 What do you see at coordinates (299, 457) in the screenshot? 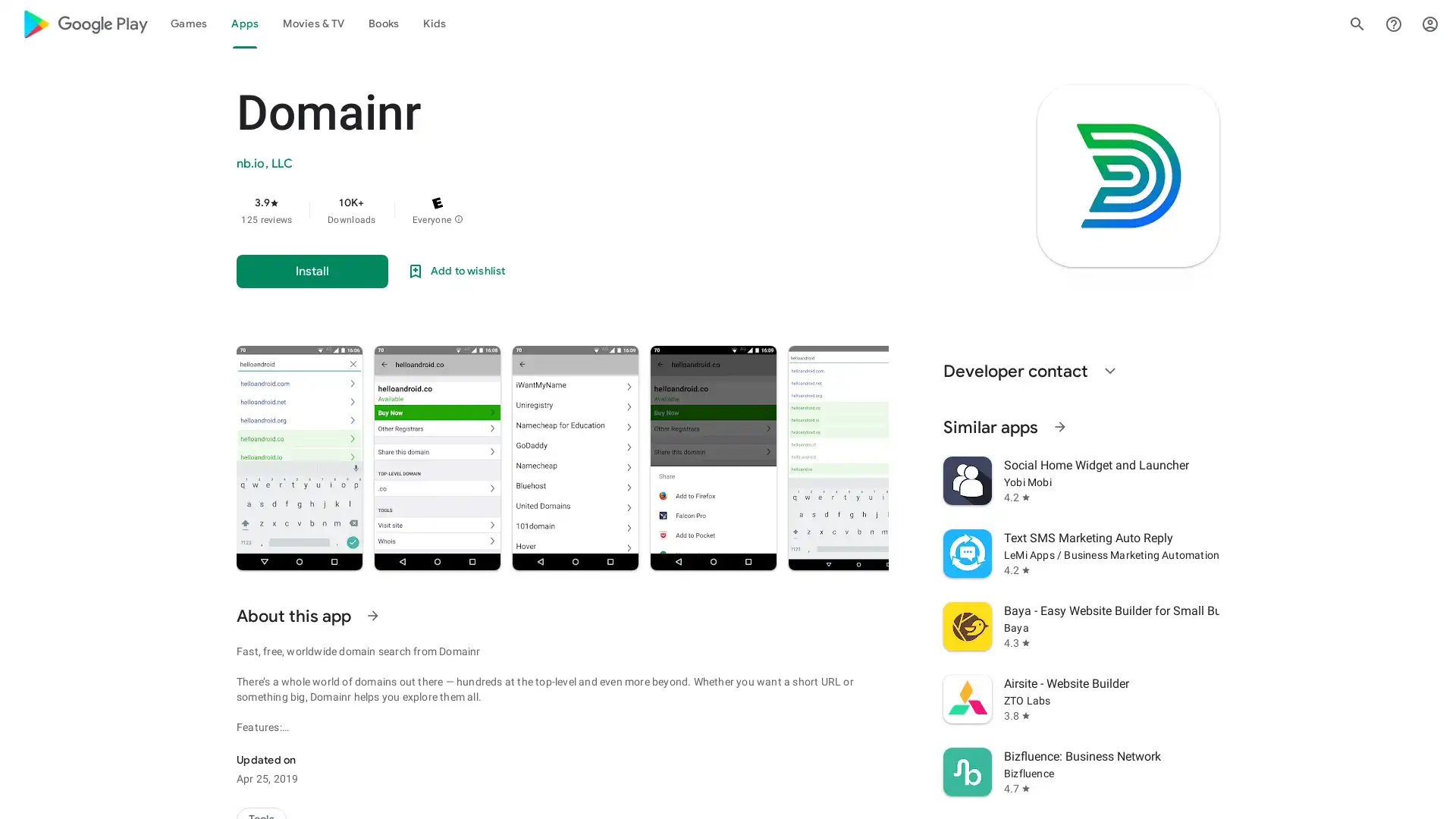
I see `Screenshot image` at bounding box center [299, 457].